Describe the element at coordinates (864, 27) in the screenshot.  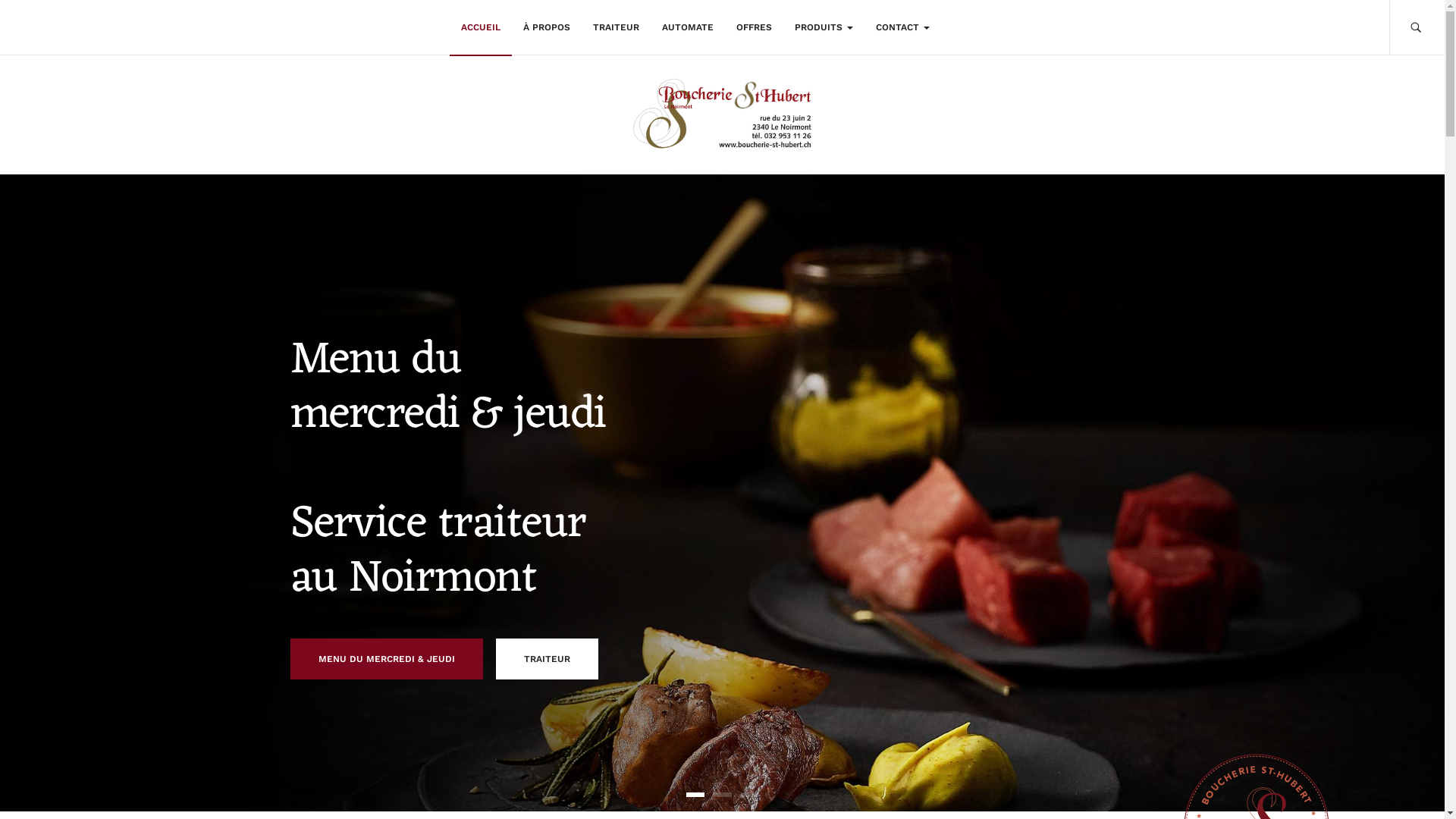
I see `'CONTACT'` at that location.